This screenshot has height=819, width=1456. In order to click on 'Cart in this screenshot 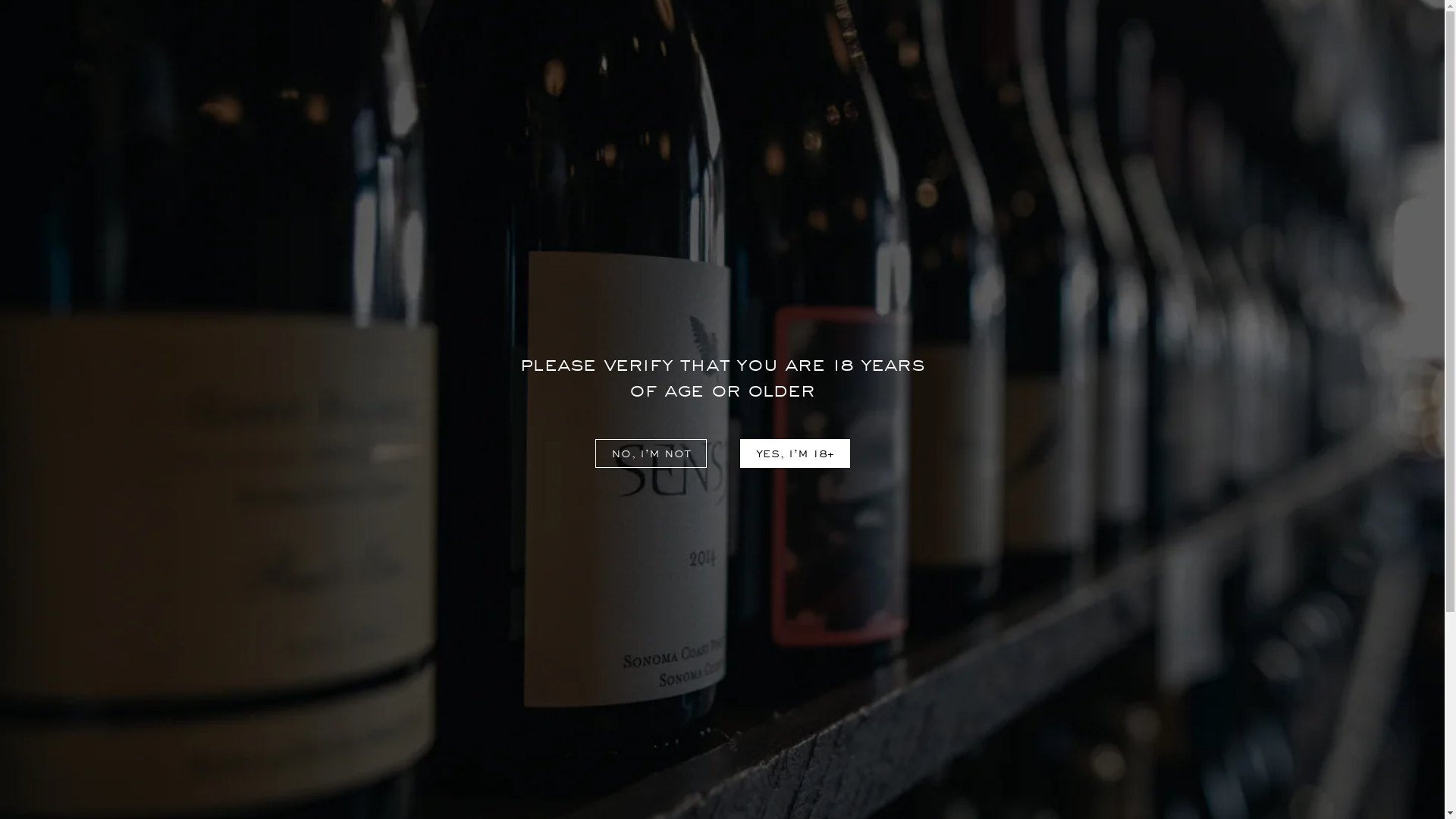, I will do `click(1382, 48)`.